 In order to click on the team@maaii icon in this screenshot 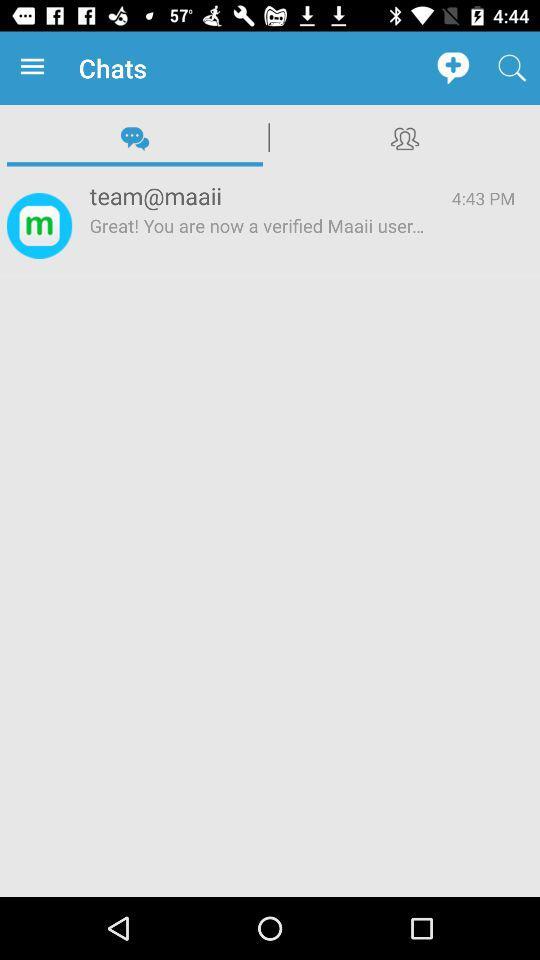, I will do `click(258, 195)`.